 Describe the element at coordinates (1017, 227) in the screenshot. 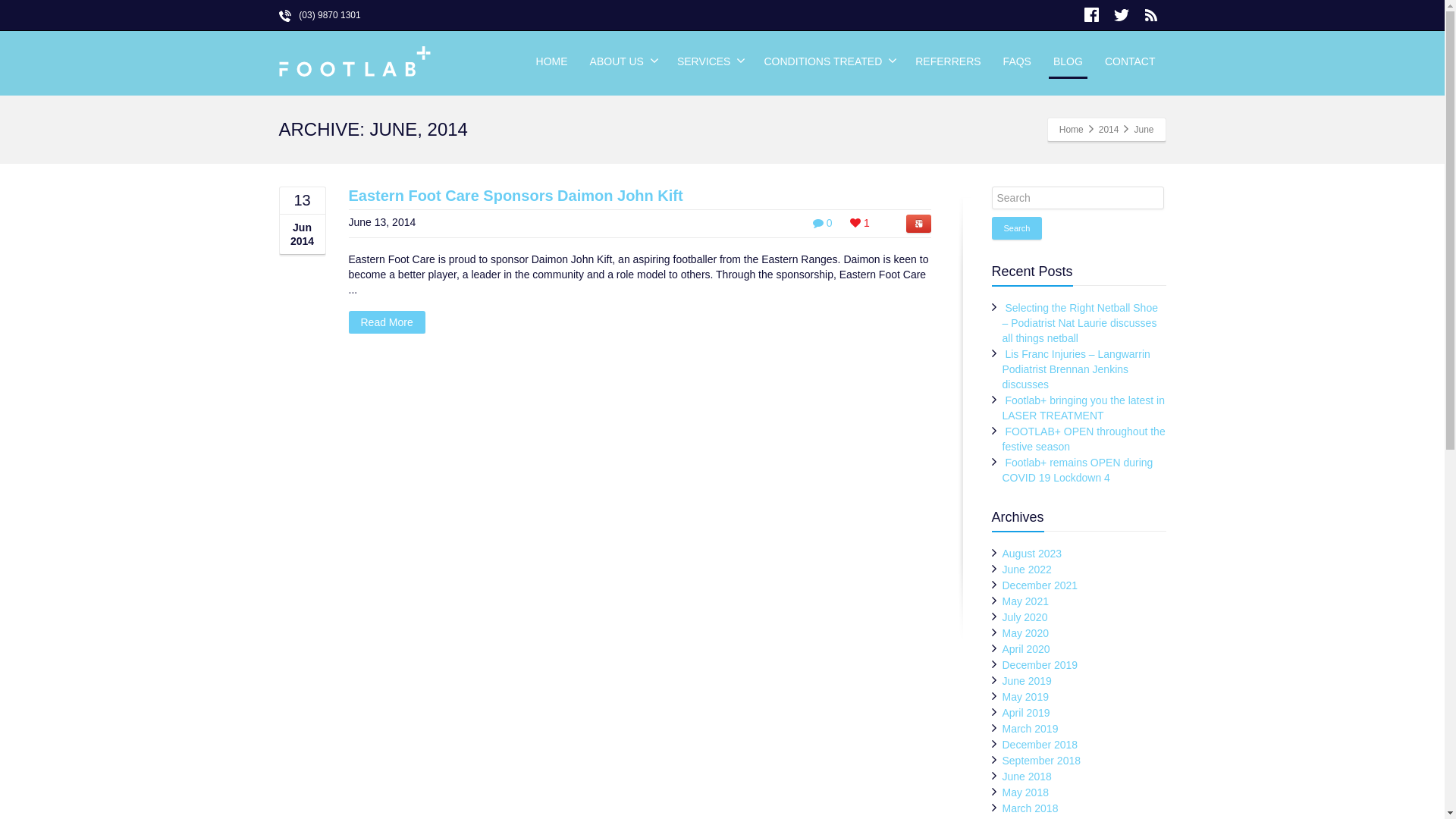

I see `'Search'` at that location.